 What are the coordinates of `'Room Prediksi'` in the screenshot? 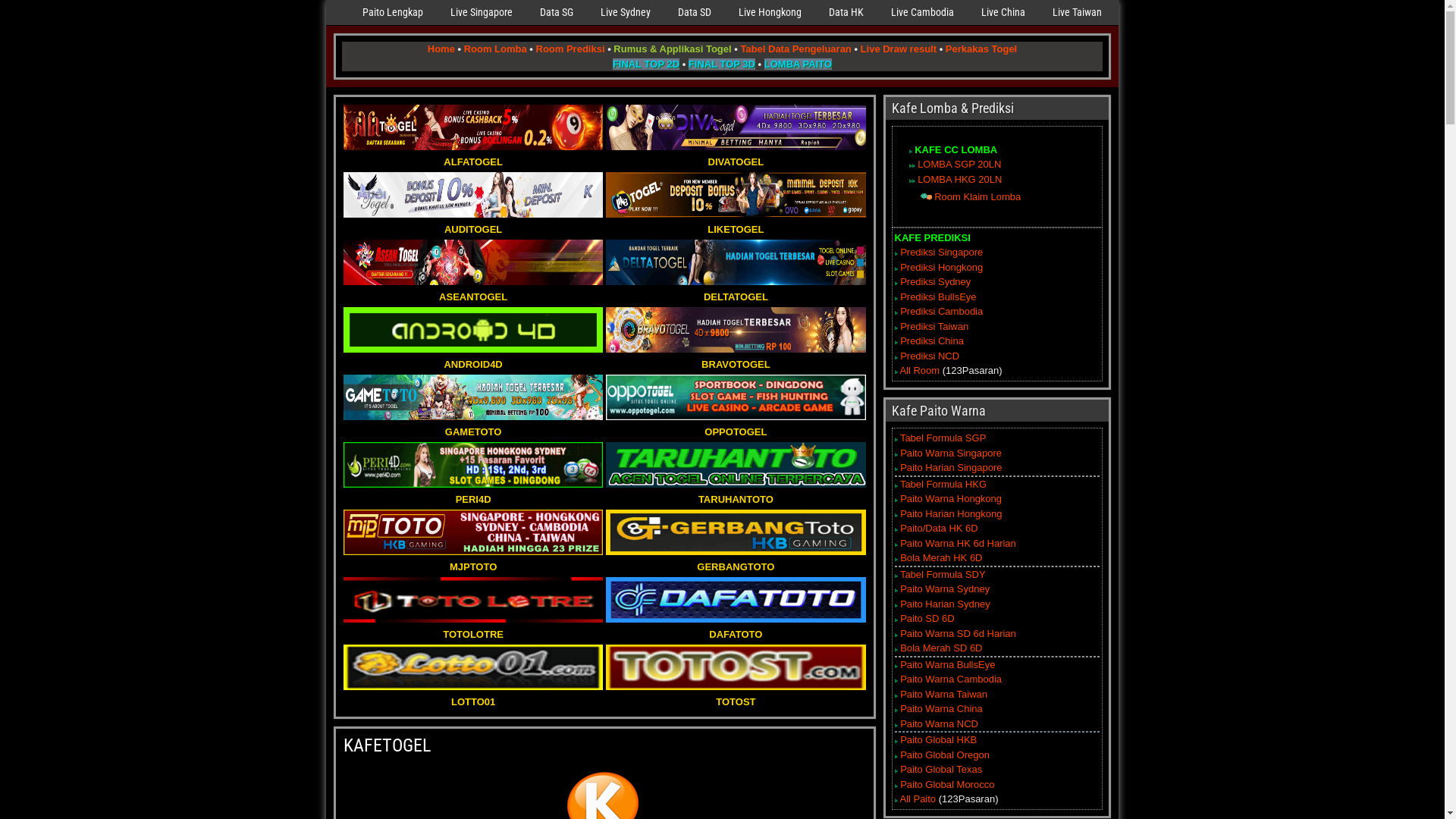 It's located at (569, 48).